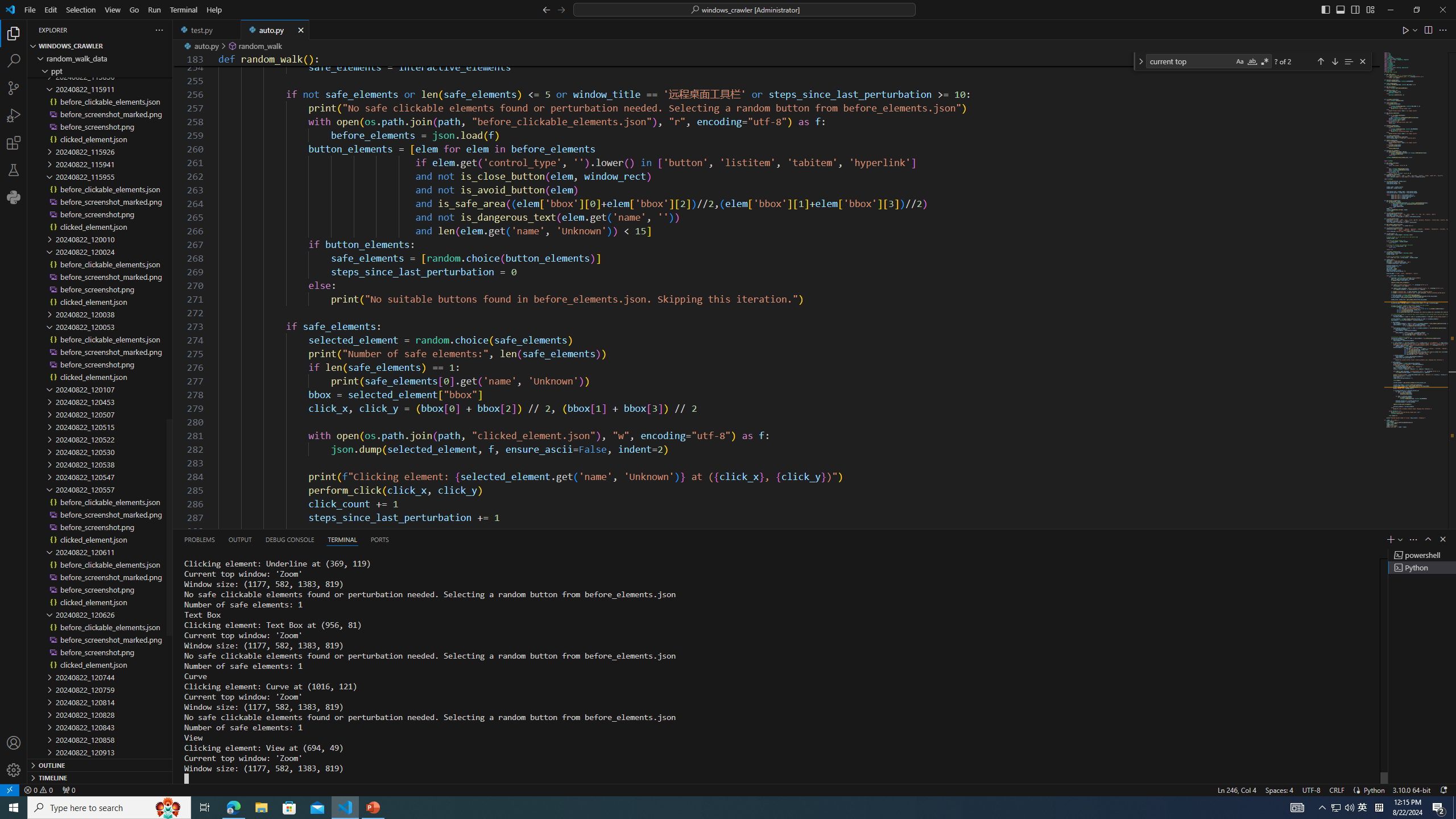 Image resolution: width=1456 pixels, height=819 pixels. I want to click on 'Spaces: 4', so click(1278, 789).